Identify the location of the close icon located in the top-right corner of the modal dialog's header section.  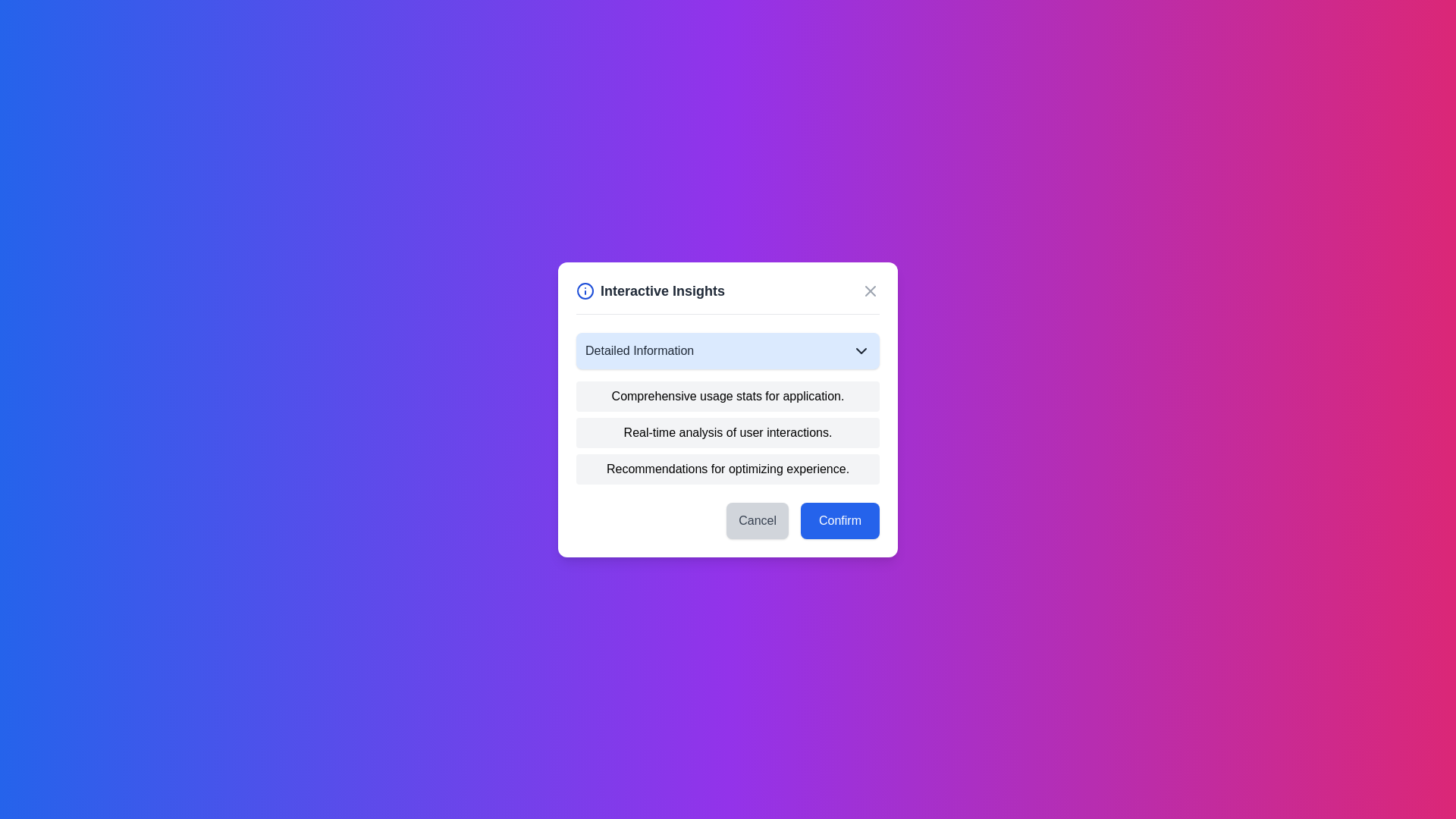
(870, 290).